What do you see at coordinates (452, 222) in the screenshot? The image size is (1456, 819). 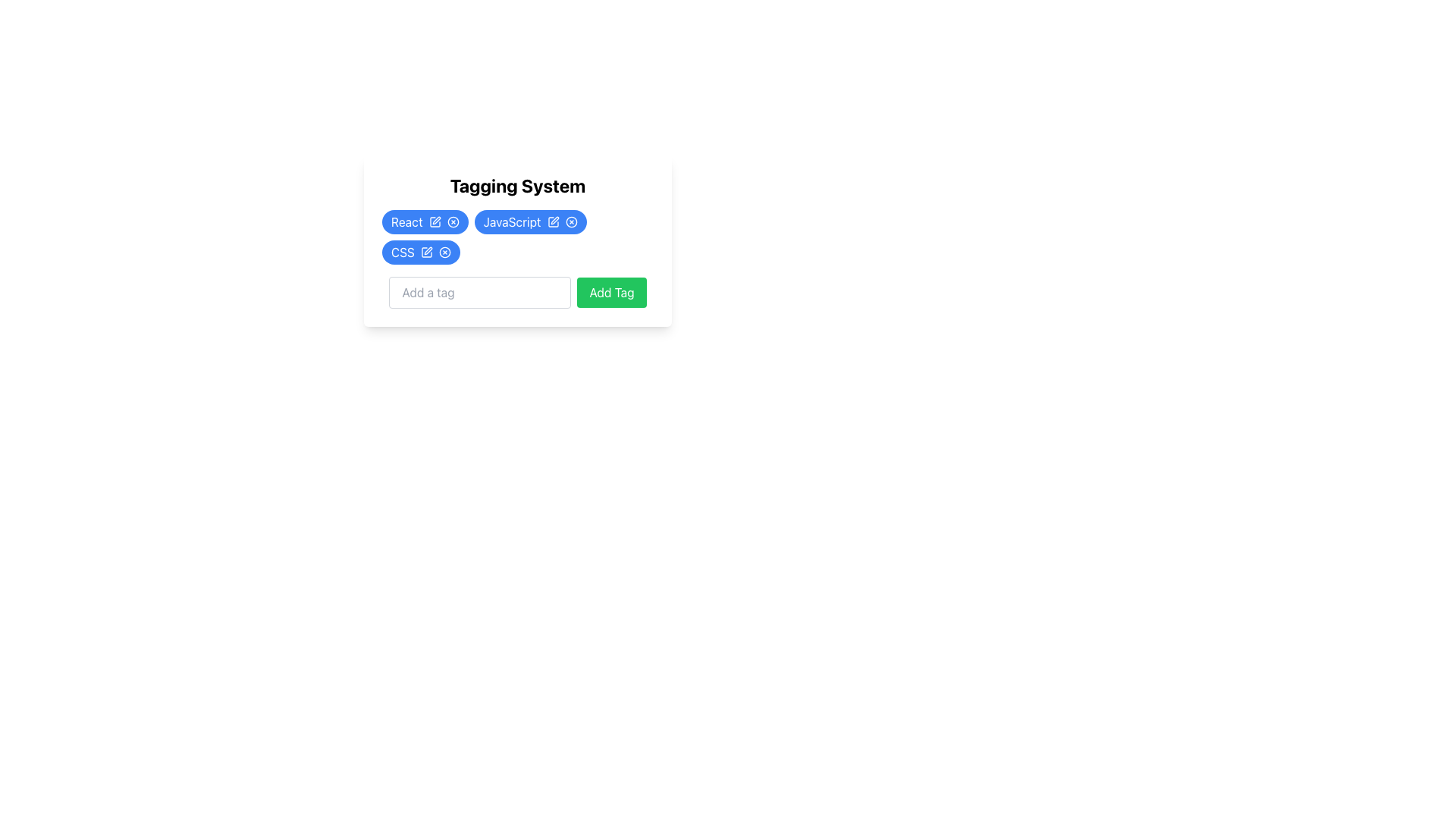 I see `the SVG Circle element located at the center of the circular icon next to the 'JavaScript' labeled tag, which is positioned in the second row of tags` at bounding box center [452, 222].